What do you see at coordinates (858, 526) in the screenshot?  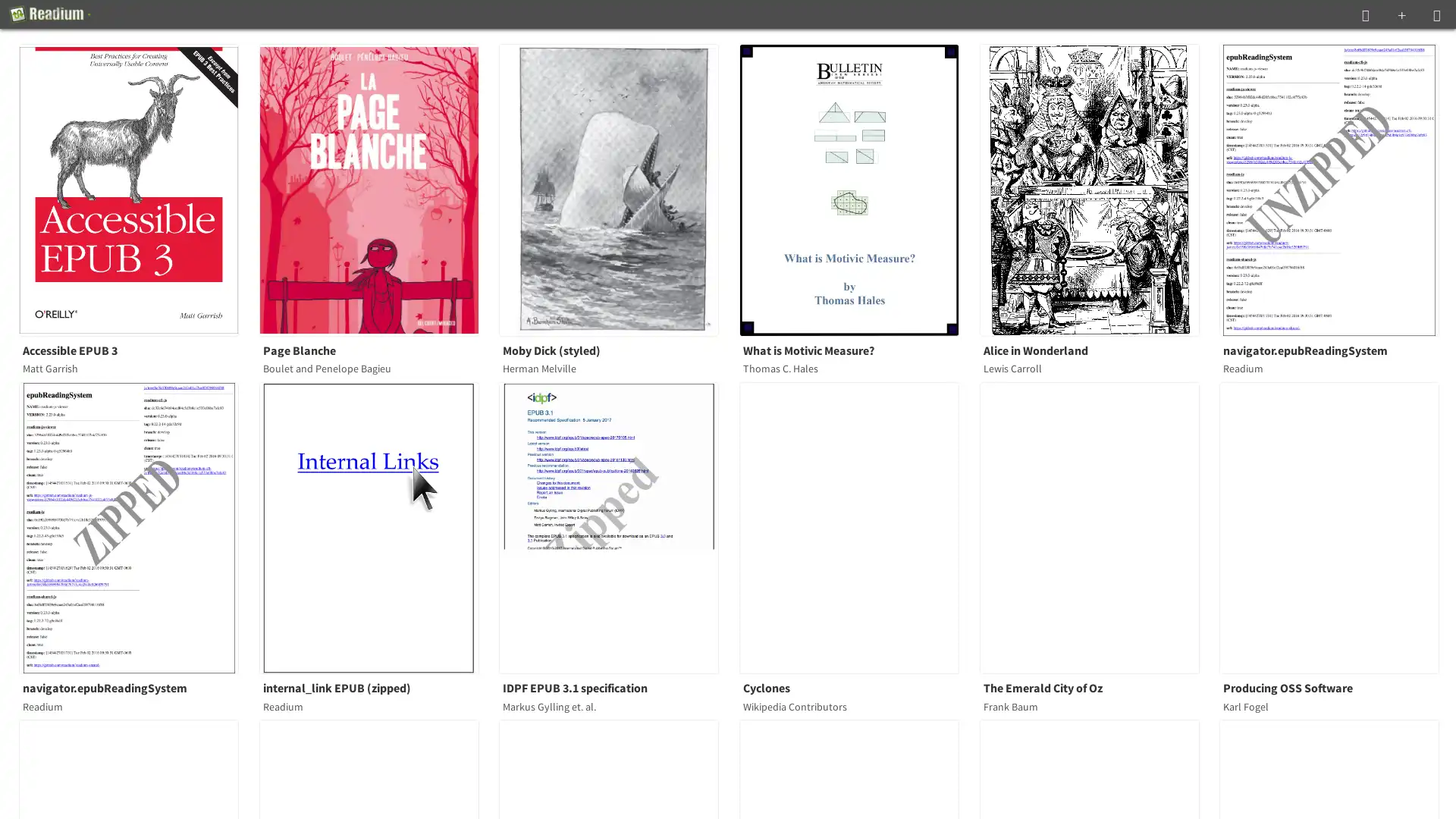 I see `(10) Cyclones` at bounding box center [858, 526].